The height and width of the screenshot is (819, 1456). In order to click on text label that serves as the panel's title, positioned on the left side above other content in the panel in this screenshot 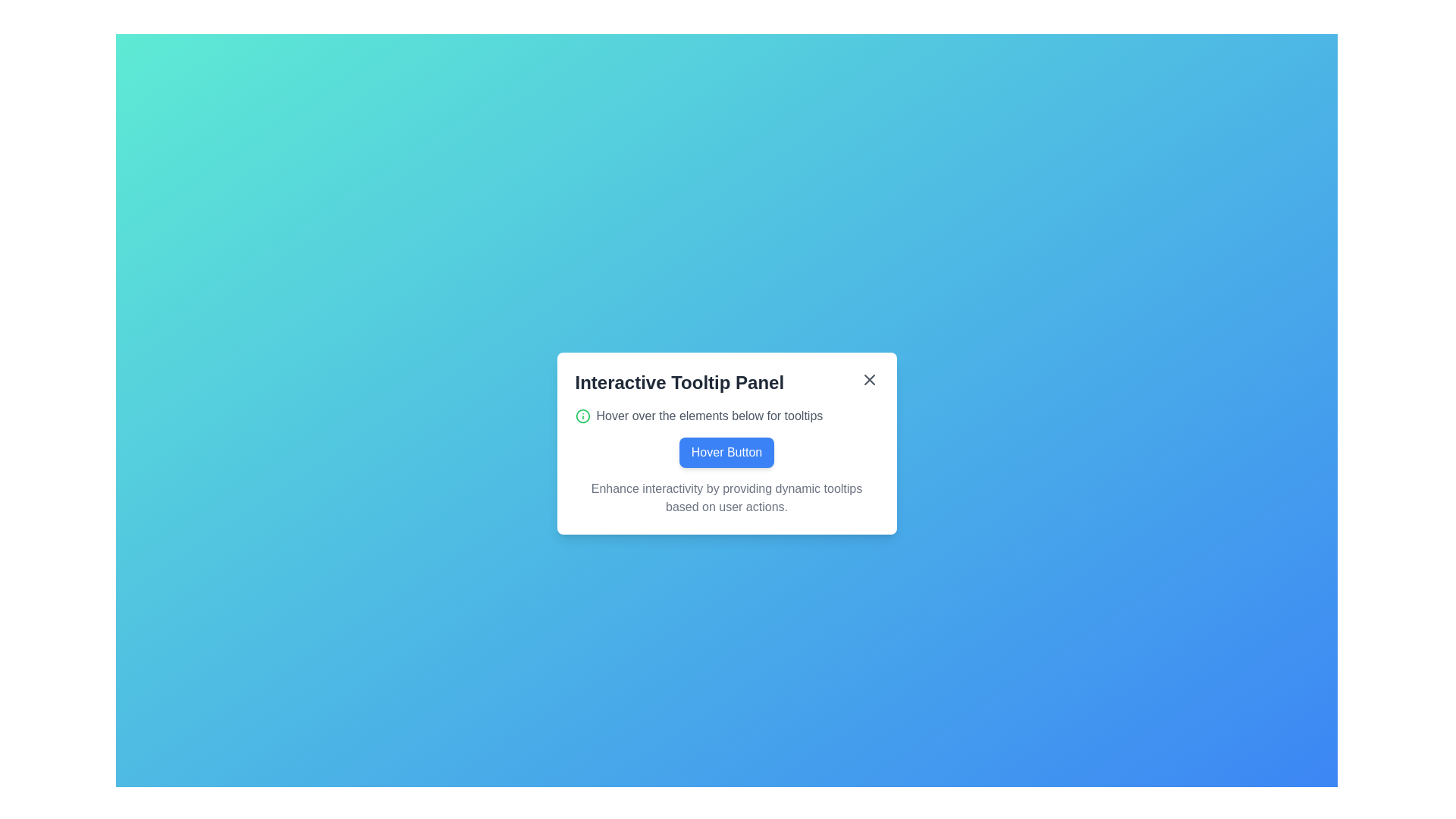, I will do `click(679, 382)`.